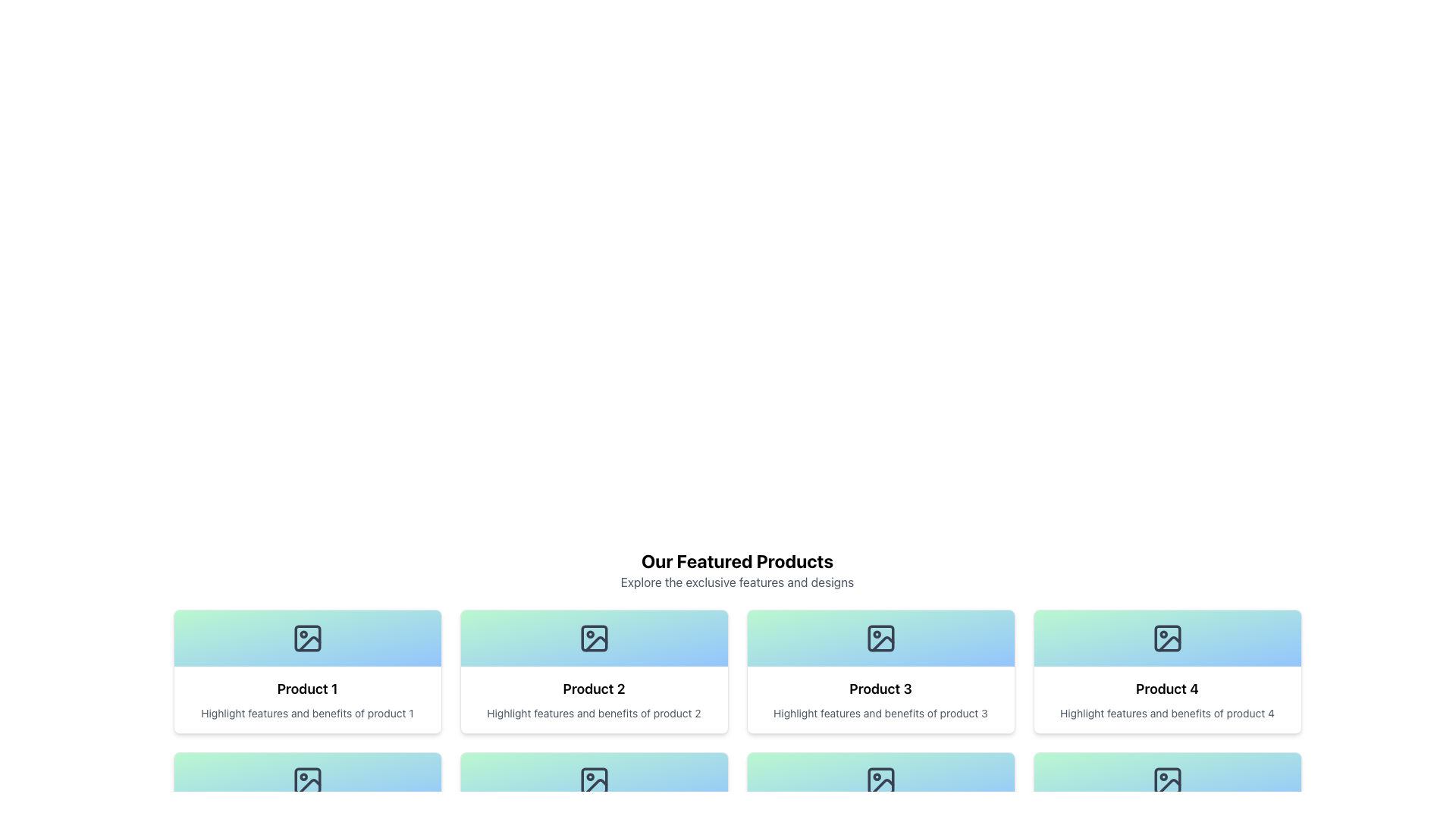  I want to click on the small rectangle inside the image-related icon located in the fourth product card of the bottom row for interaction effects, so click(880, 780).